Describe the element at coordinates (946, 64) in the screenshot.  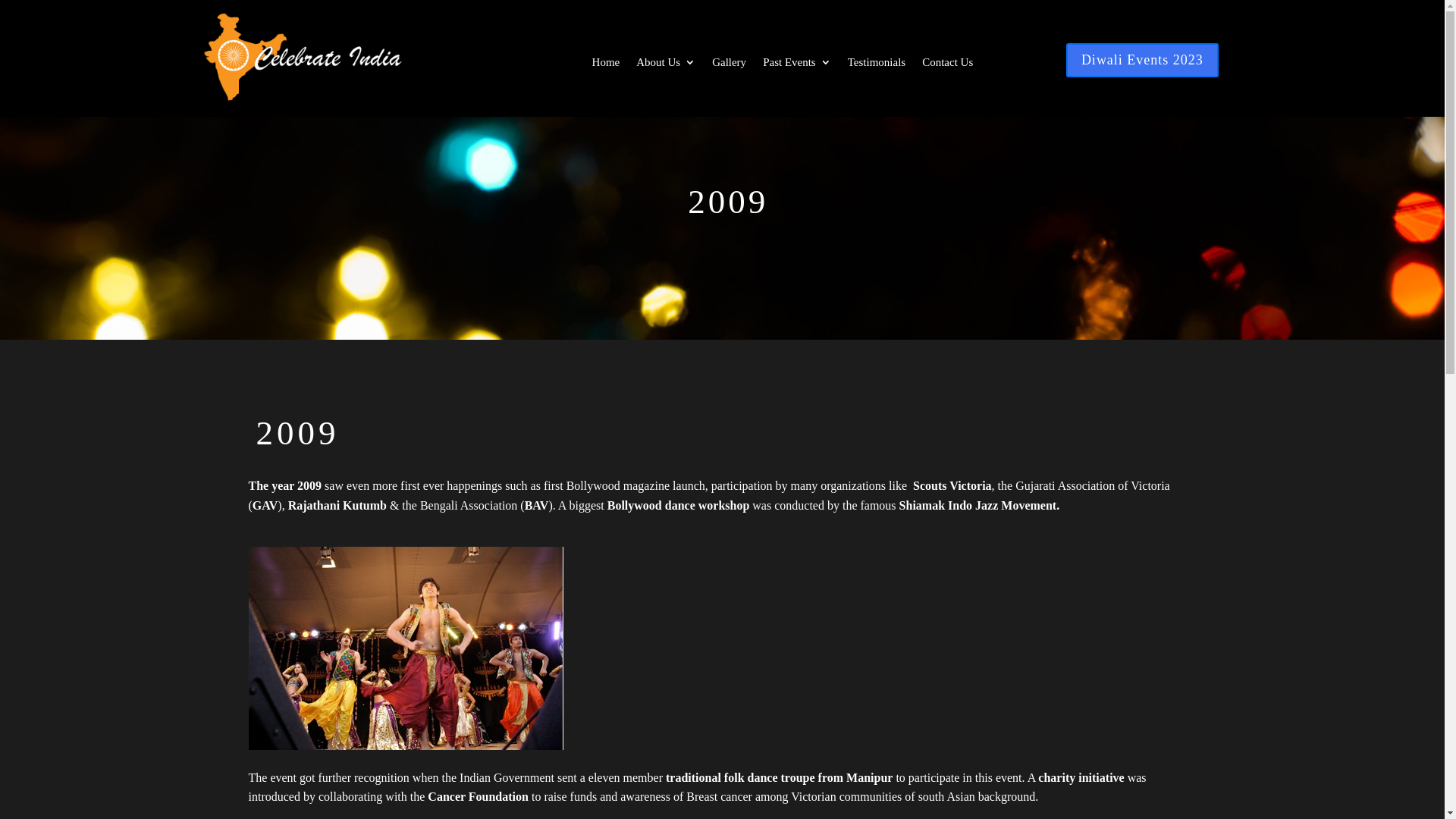
I see `'Contact Us'` at that location.